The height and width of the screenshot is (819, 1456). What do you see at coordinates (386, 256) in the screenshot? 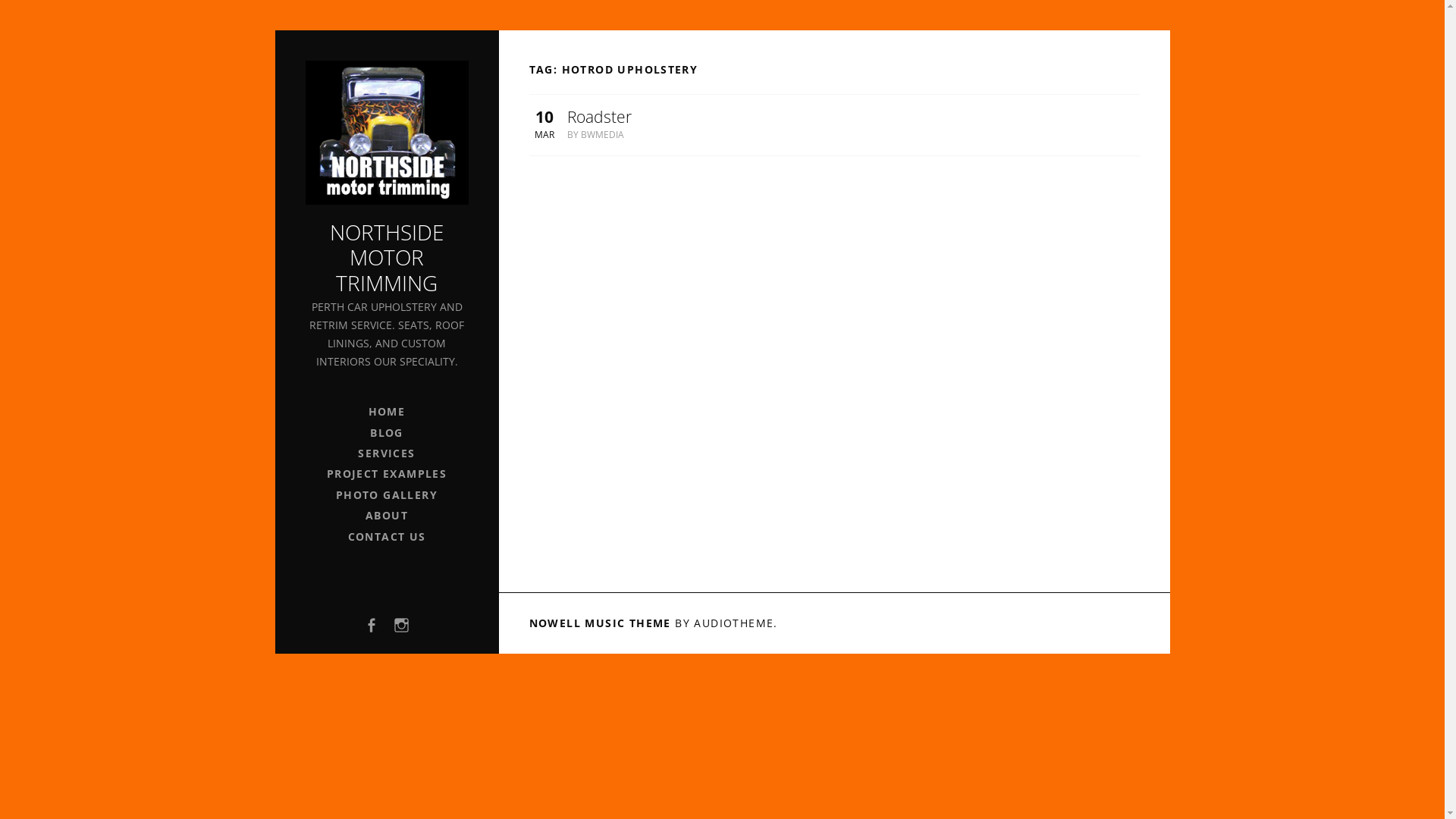
I see `'NORTHSIDE MOTOR TRIMMING'` at bounding box center [386, 256].